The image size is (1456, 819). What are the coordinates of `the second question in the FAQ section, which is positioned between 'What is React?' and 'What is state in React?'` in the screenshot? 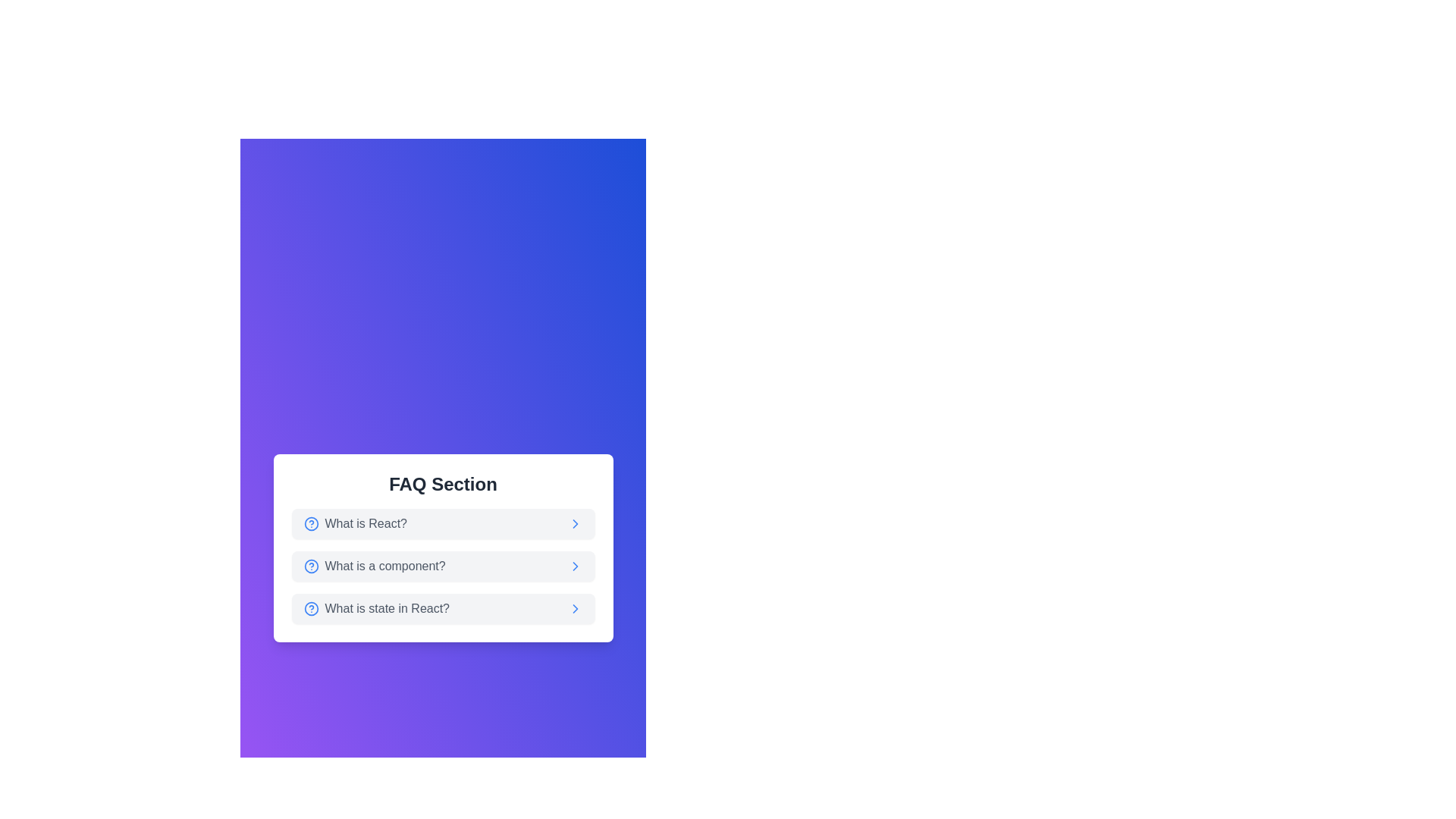 It's located at (442, 566).